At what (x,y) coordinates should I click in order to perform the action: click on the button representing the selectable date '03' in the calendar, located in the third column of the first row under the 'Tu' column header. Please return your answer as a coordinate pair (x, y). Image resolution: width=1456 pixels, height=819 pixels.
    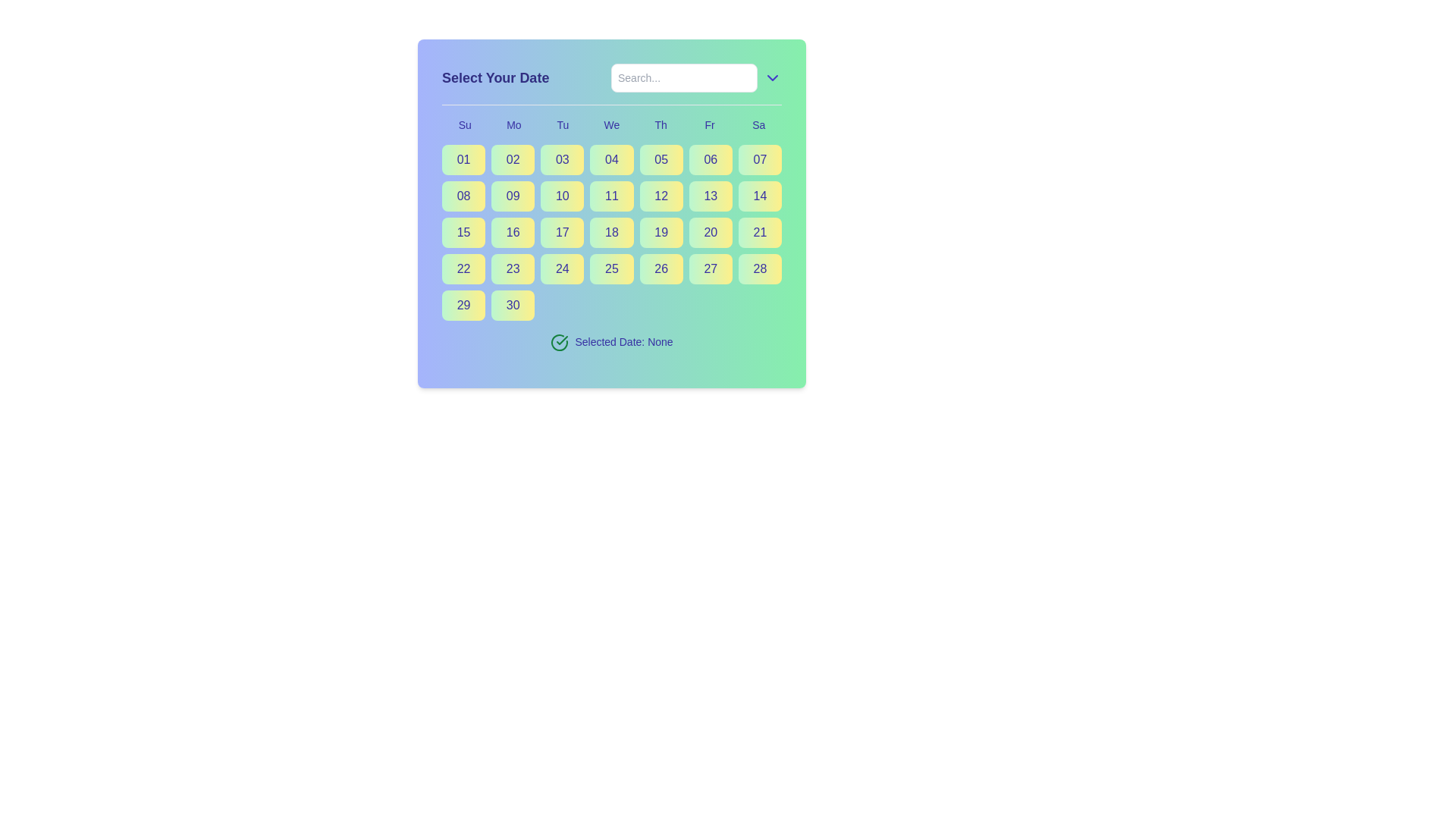
    Looking at the image, I should click on (561, 160).